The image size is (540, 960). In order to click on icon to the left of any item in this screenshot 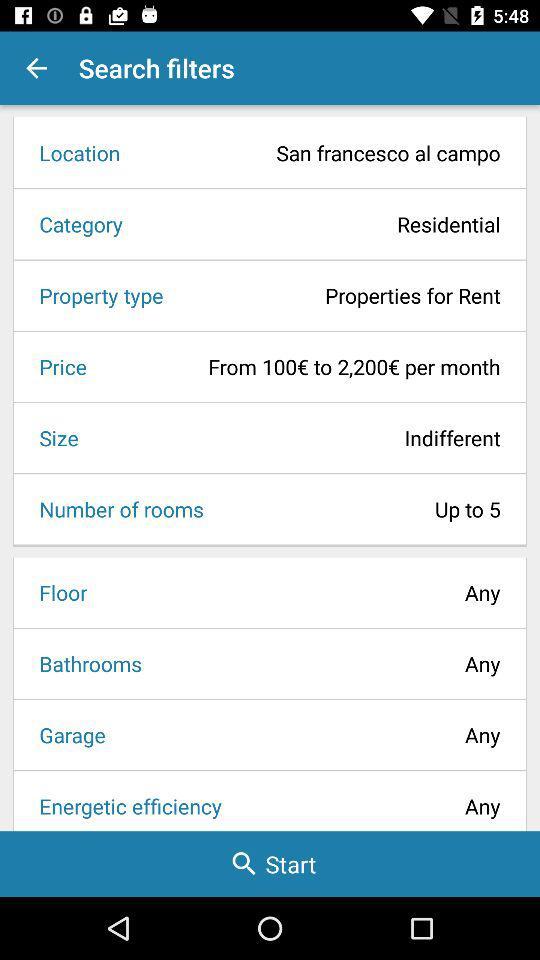, I will do `click(83, 663)`.